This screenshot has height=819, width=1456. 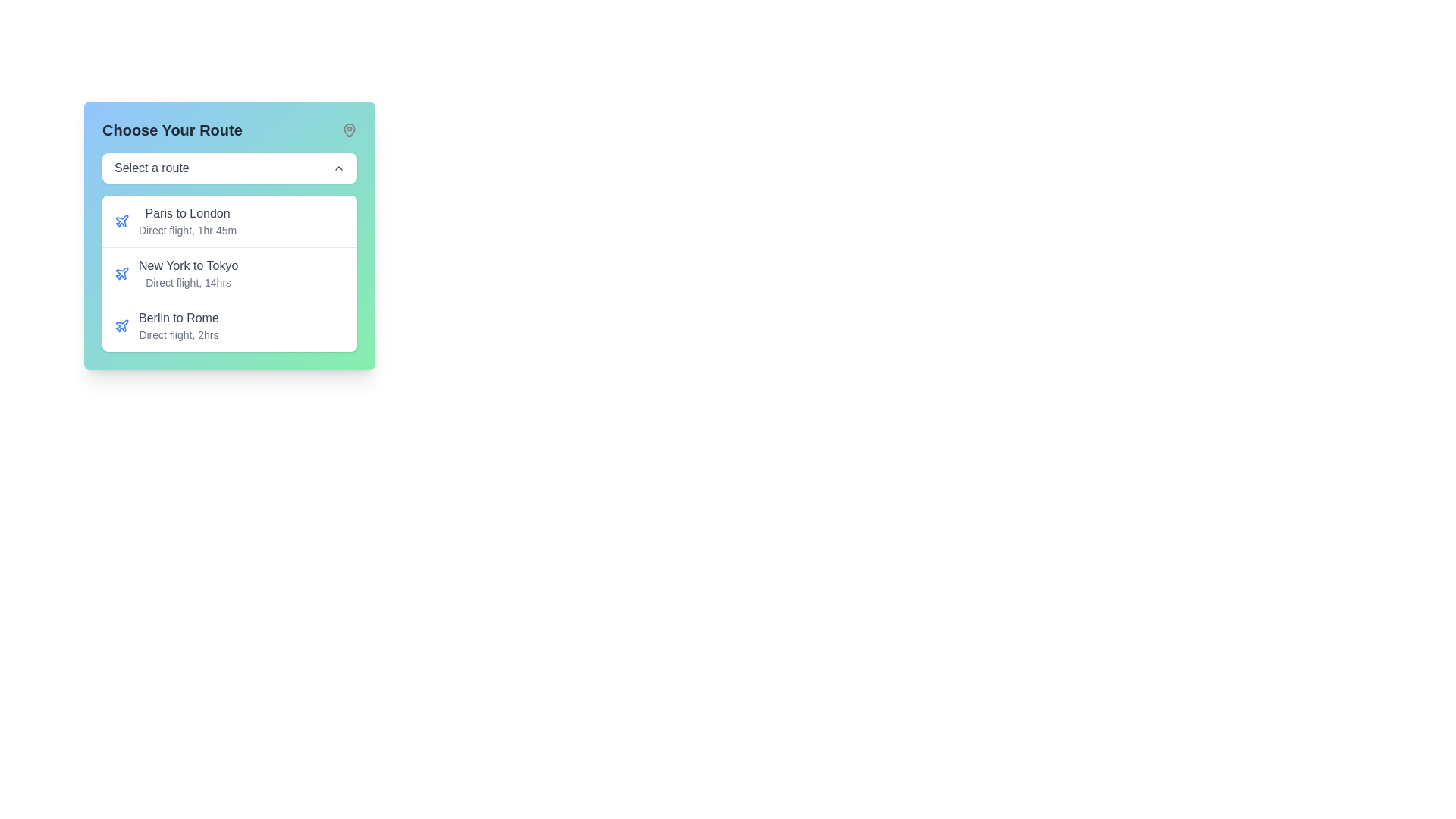 What do you see at coordinates (187, 265) in the screenshot?
I see `text label displaying 'New York to Tokyo' in the dropdown menu, which is styled in medium-sized gray font and positioned between 'Paris to London' and 'Berlin to Rome'` at bounding box center [187, 265].